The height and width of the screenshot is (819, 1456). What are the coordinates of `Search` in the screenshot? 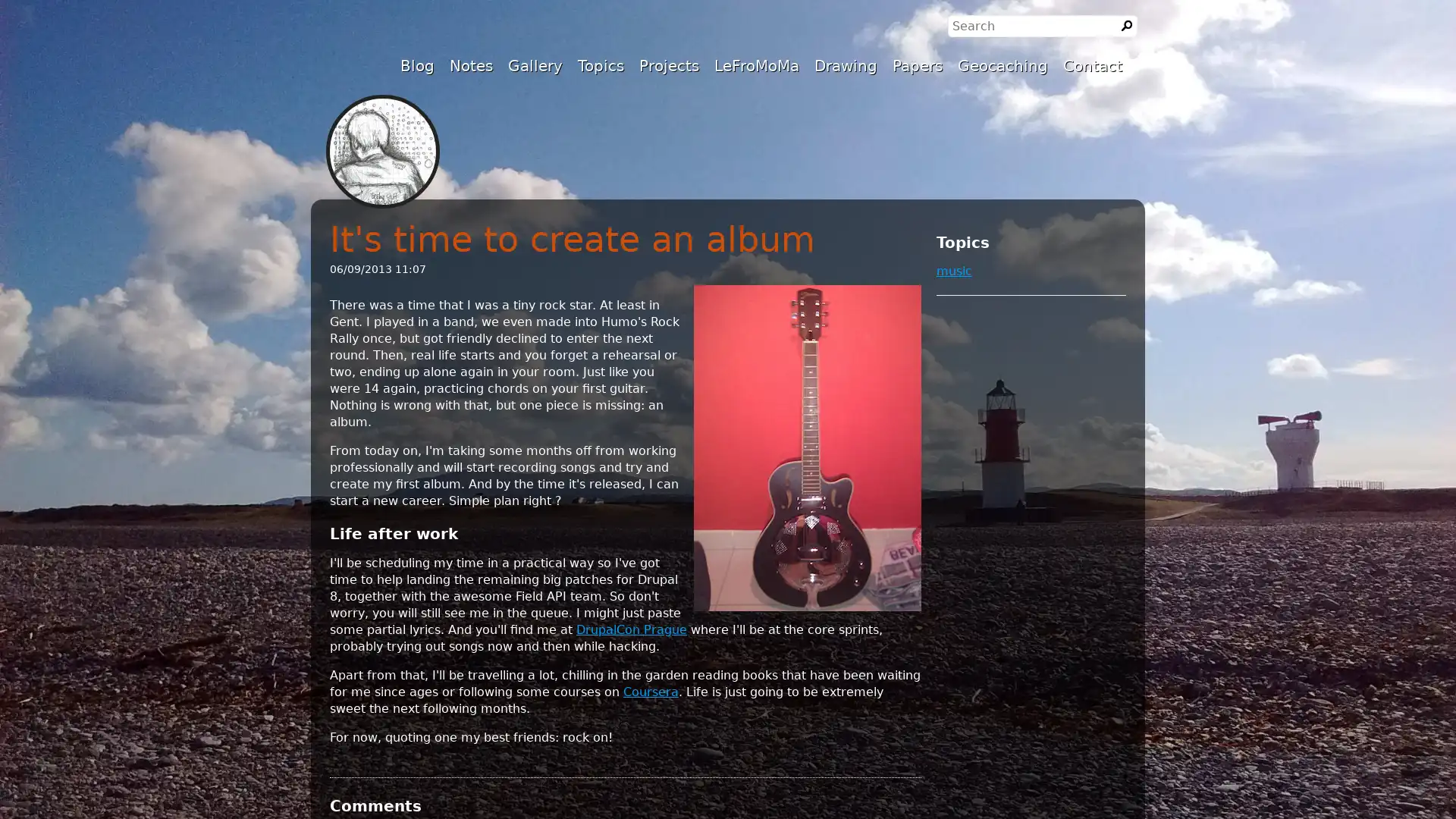 It's located at (1127, 26).